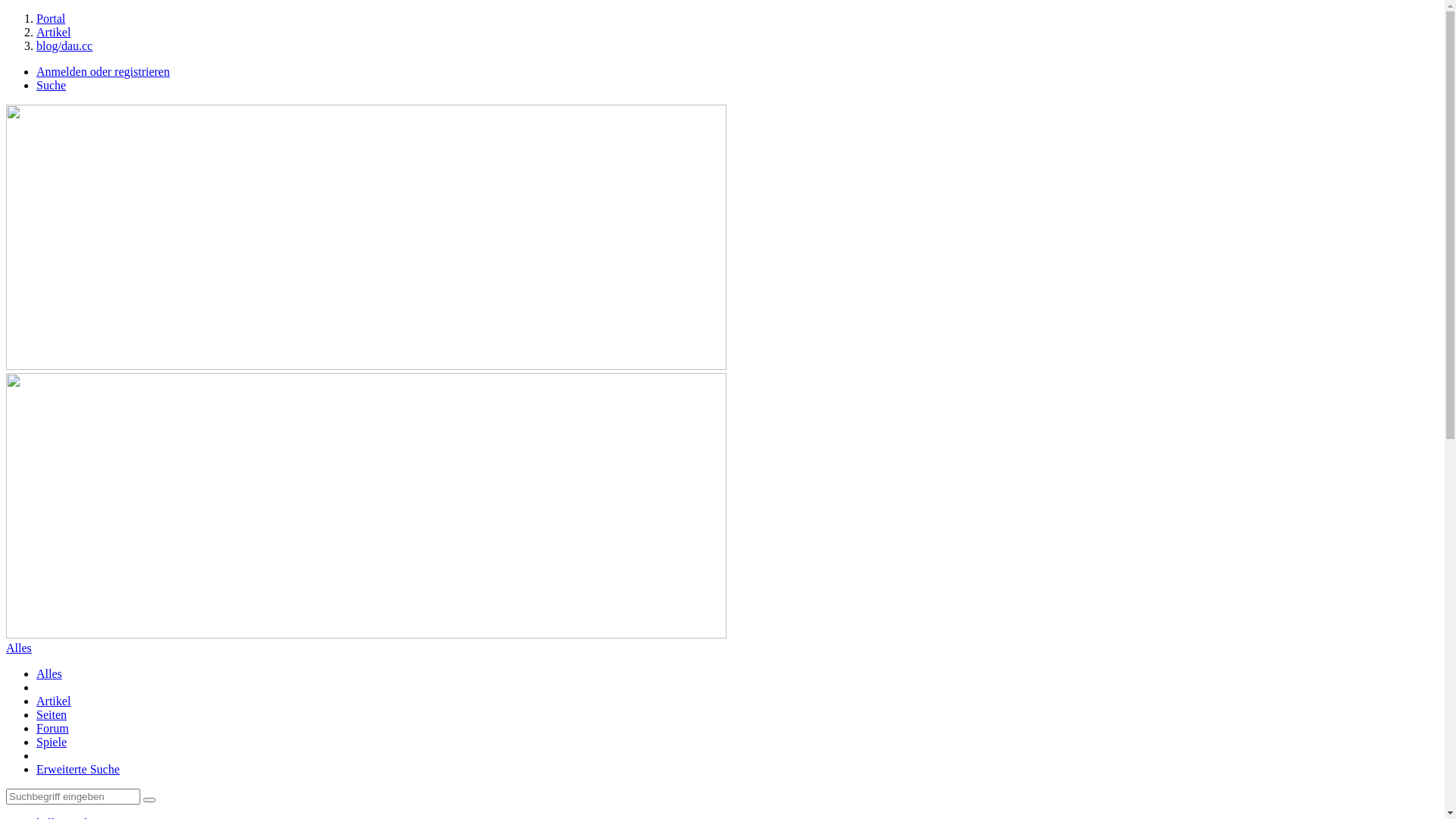 The image size is (1456, 819). Describe the element at coordinates (52, 727) in the screenshot. I see `'Forum'` at that location.